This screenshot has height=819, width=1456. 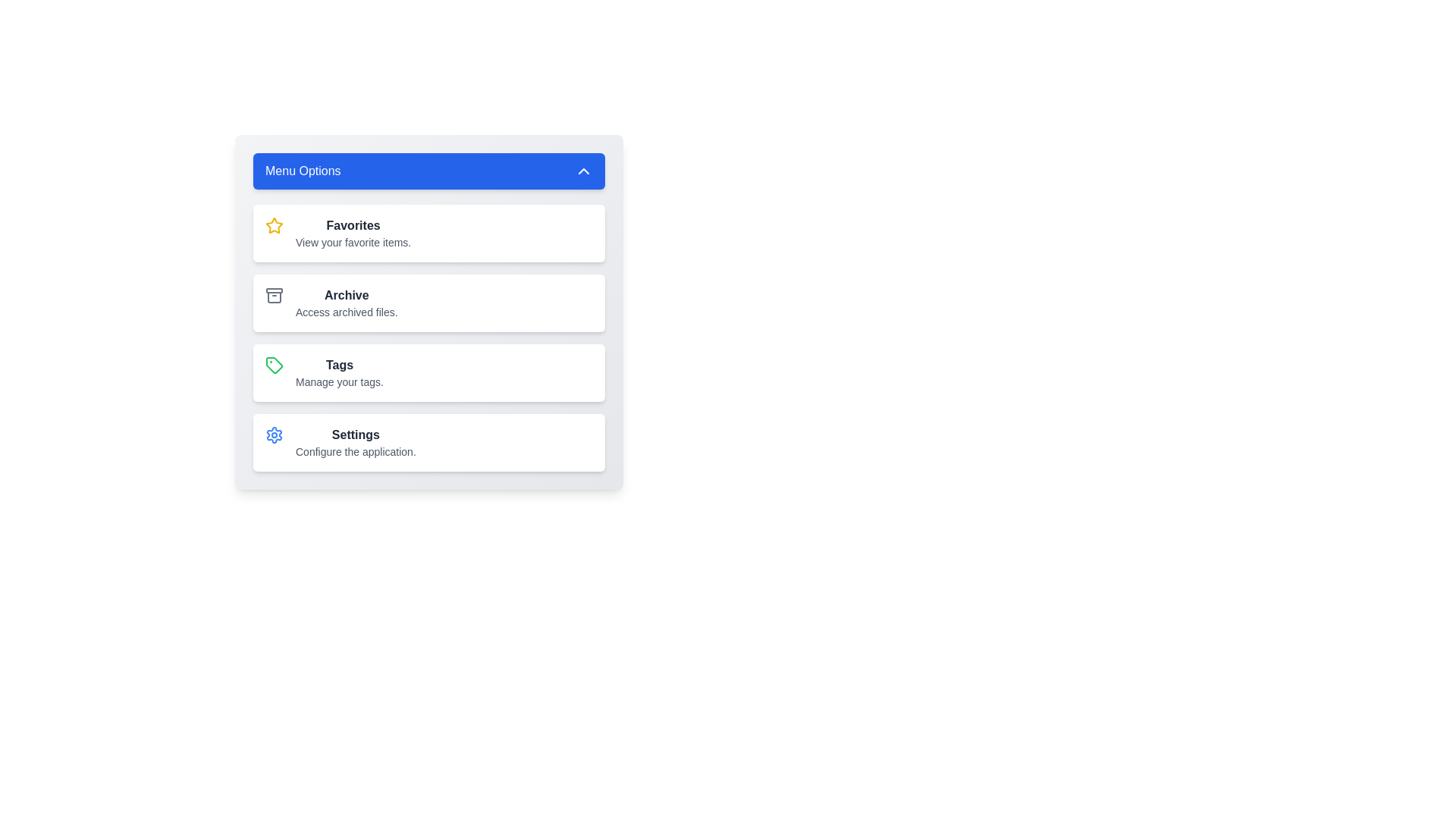 What do you see at coordinates (274, 435) in the screenshot?
I see `the settings icon located to the left of the 'Settings' text in the bottom-most section of the vertical menu` at bounding box center [274, 435].